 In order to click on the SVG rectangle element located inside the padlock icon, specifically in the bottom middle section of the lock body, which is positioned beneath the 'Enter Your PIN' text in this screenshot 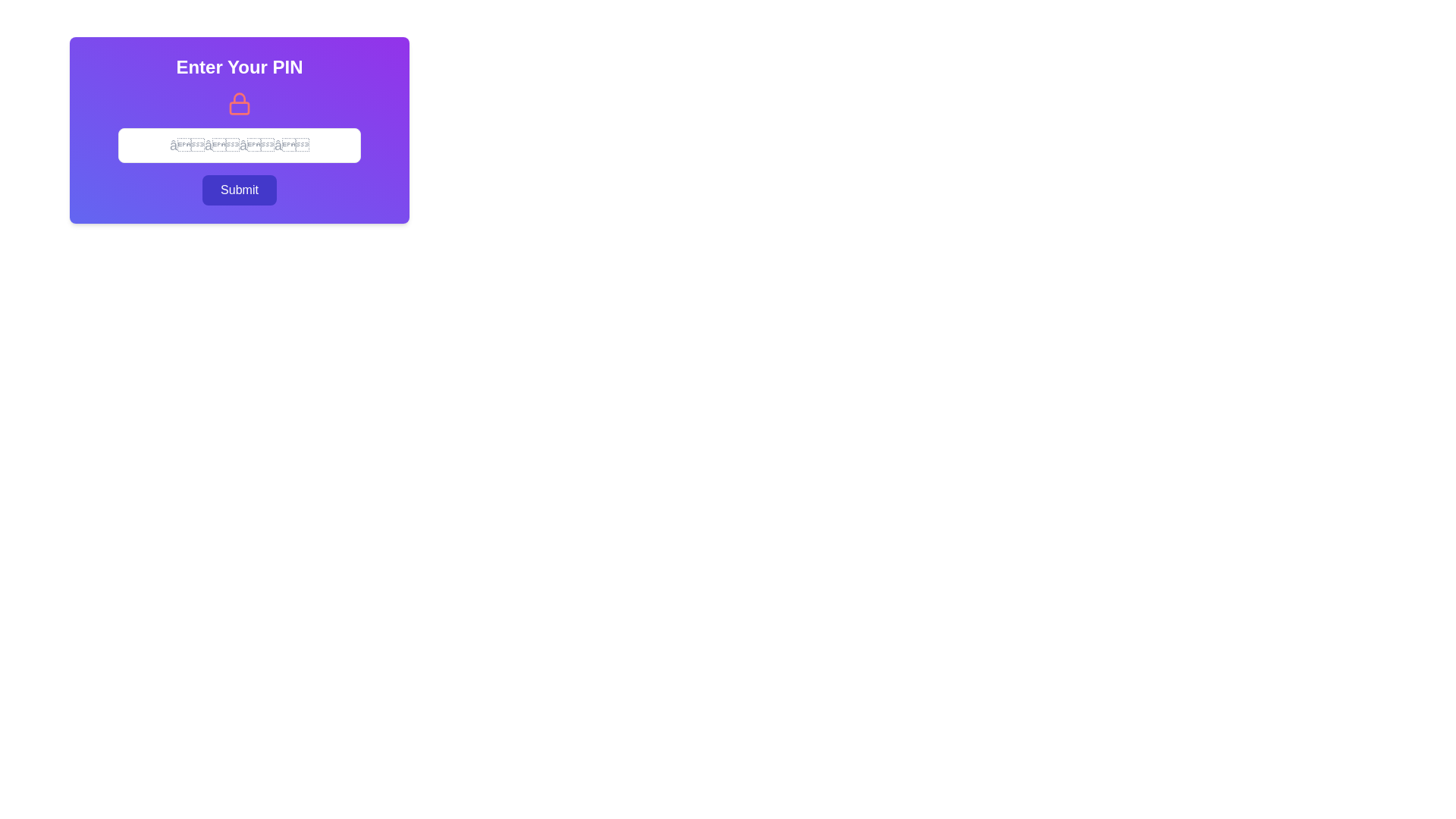, I will do `click(239, 107)`.